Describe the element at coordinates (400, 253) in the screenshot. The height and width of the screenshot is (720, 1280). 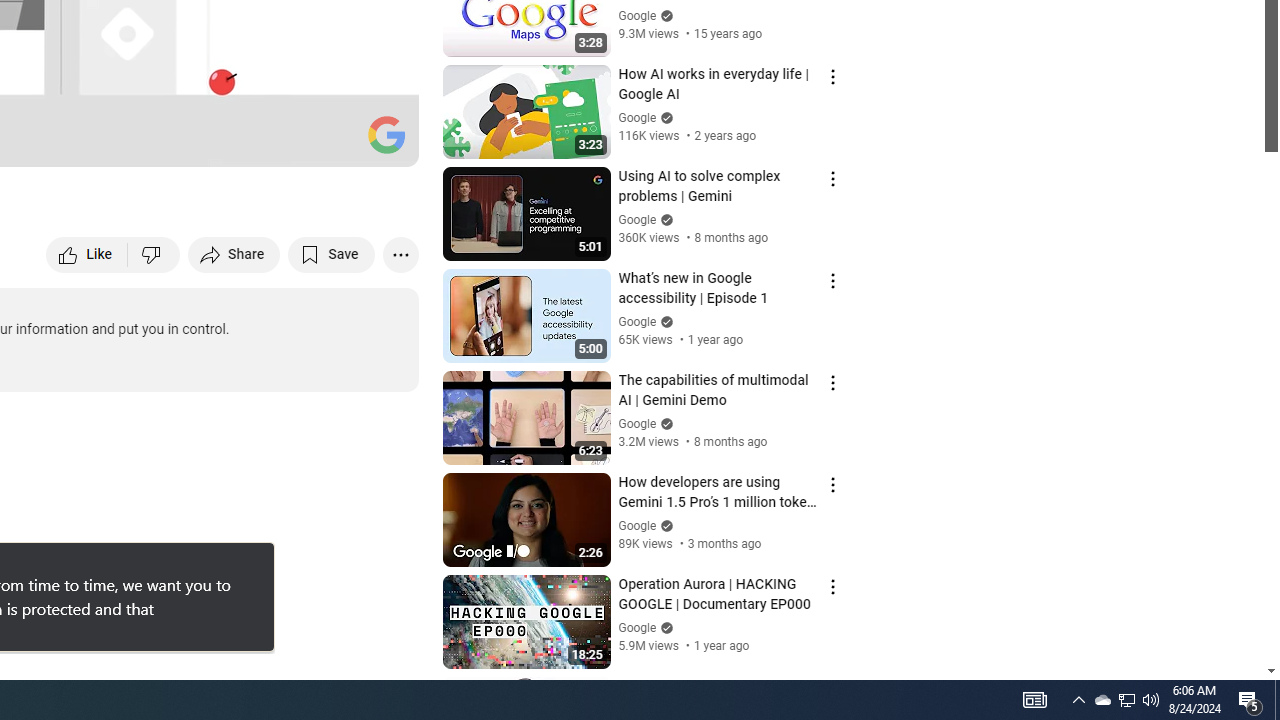
I see `'More actions'` at that location.